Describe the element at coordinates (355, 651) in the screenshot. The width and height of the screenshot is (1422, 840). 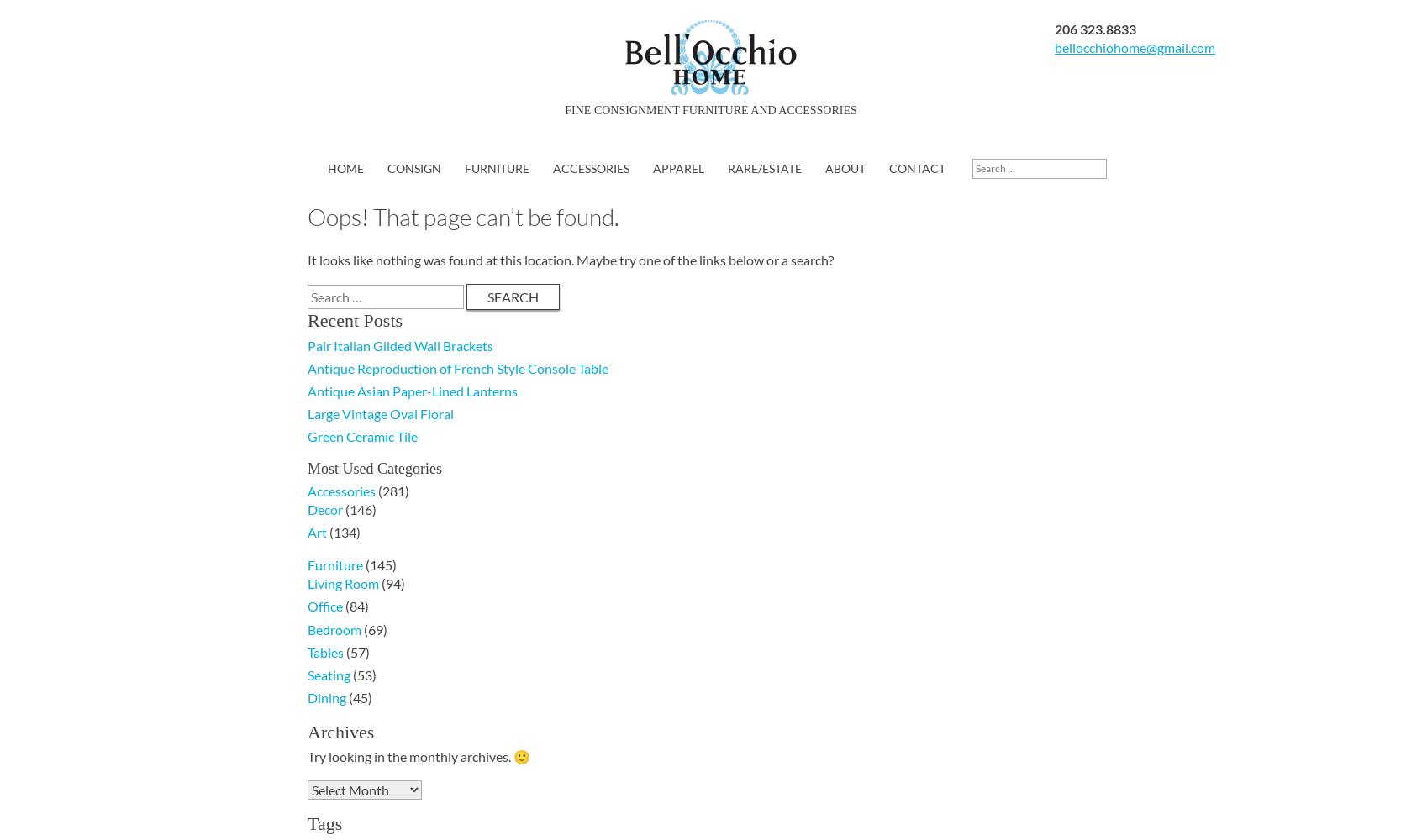
I see `'(57)'` at that location.